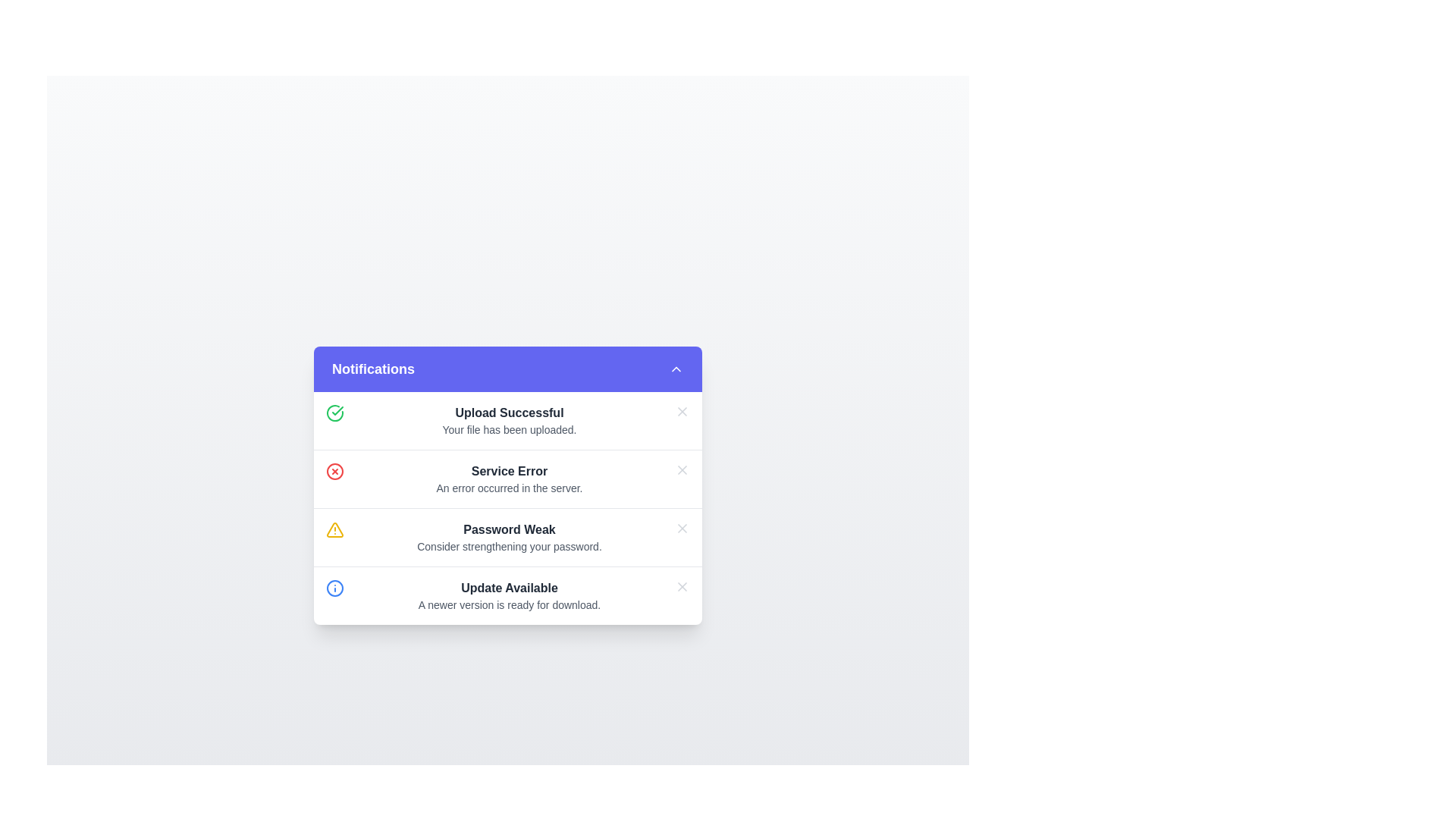 The height and width of the screenshot is (819, 1456). I want to click on the chevron-shaped button with a white icon on a blue background in the header of the notification panel, so click(676, 369).